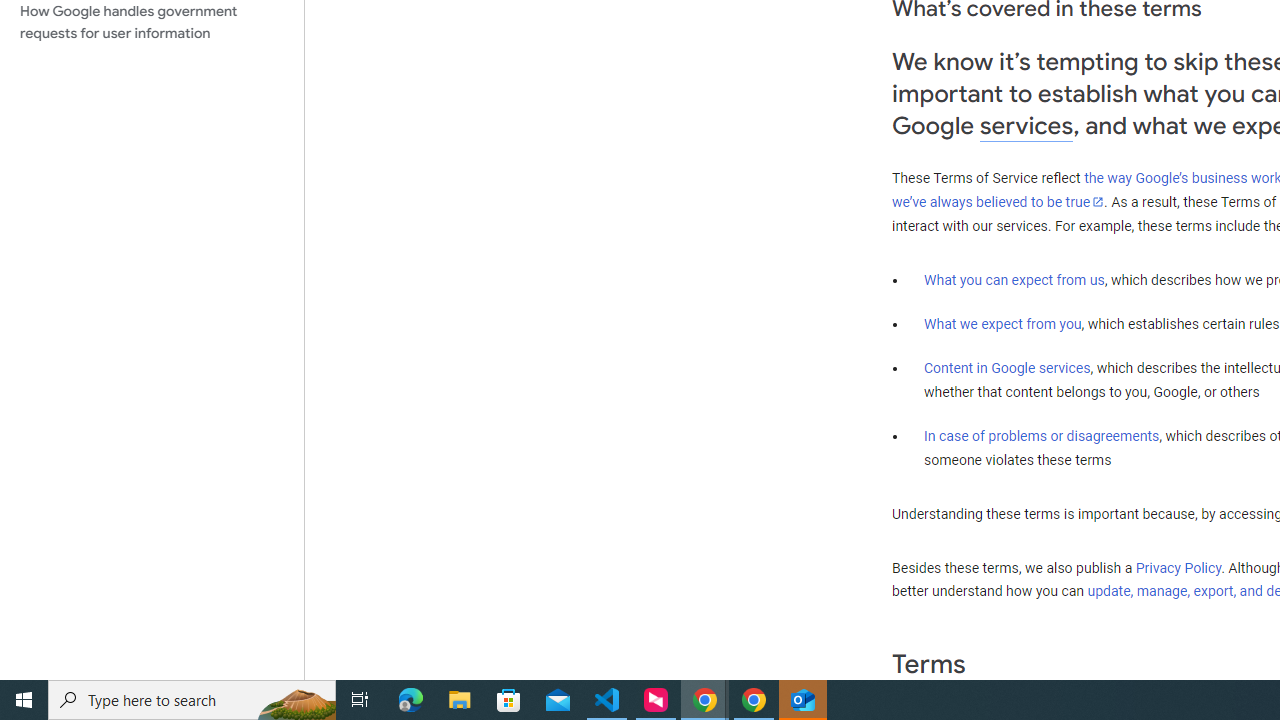 The height and width of the screenshot is (720, 1280). I want to click on 'What you can expect from us', so click(1014, 279).